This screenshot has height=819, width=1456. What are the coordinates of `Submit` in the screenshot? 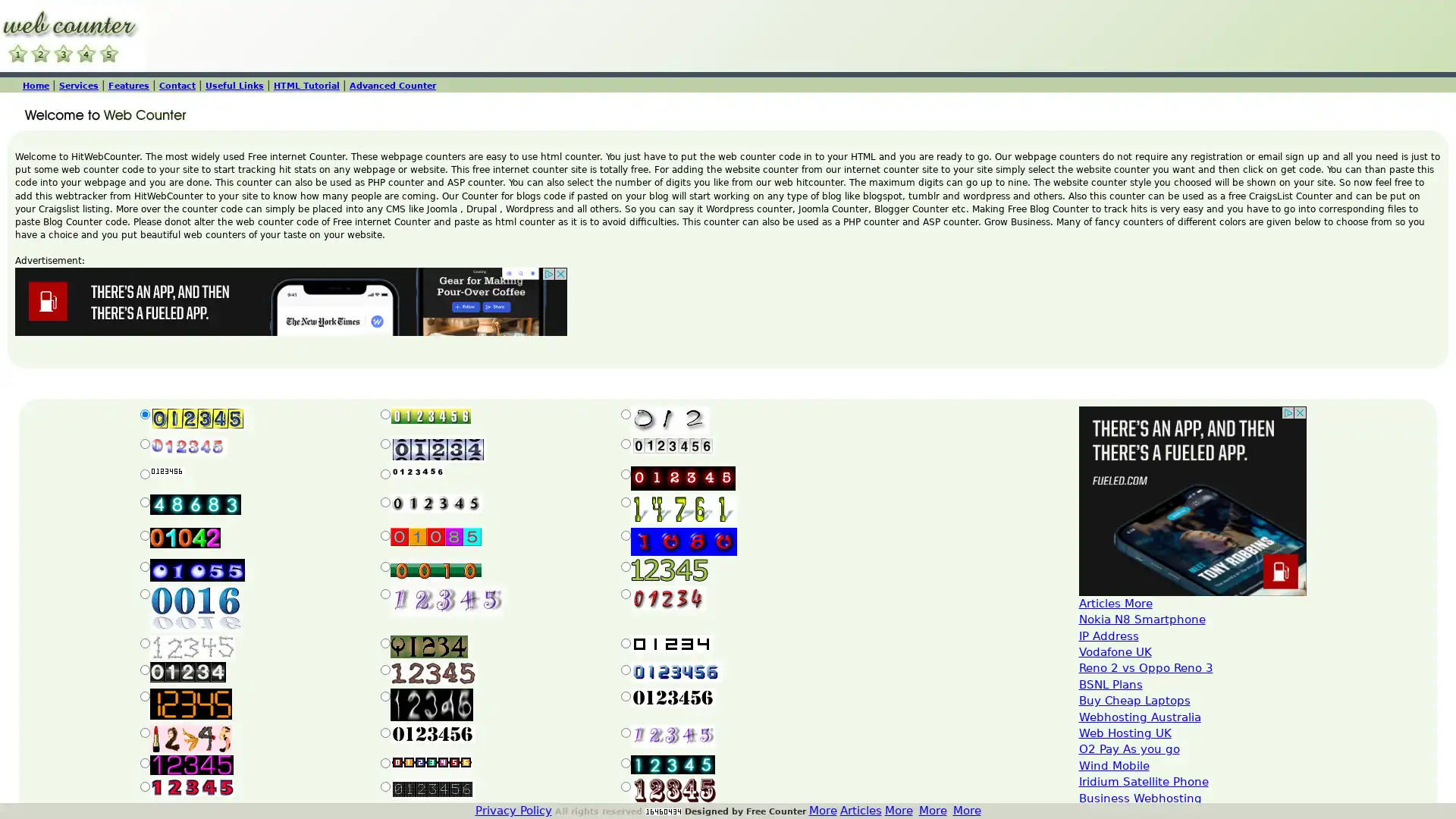 It's located at (430, 704).